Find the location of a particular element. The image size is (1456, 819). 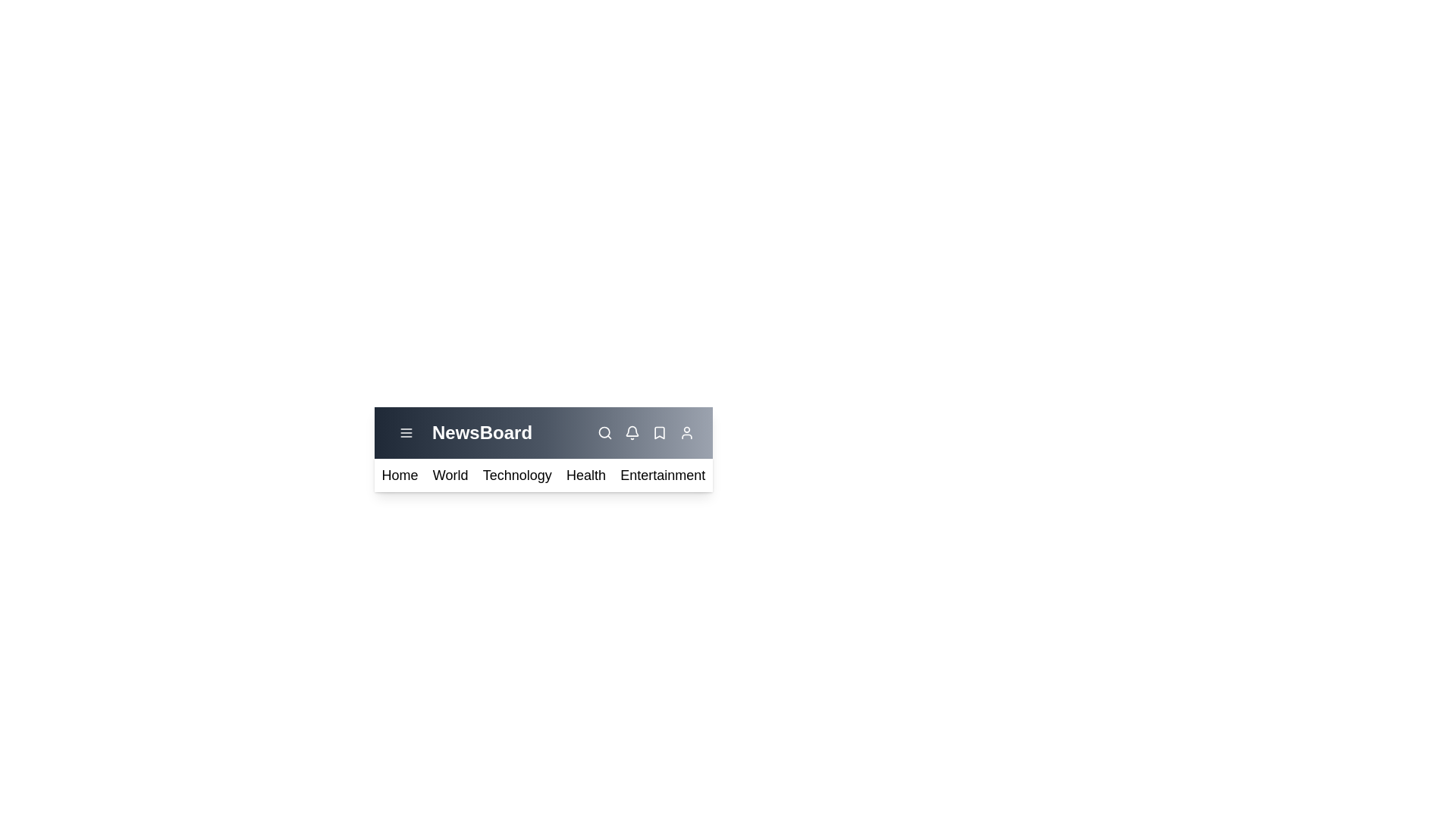

the menu toggle button to toggle the menu visibility is located at coordinates (406, 432).